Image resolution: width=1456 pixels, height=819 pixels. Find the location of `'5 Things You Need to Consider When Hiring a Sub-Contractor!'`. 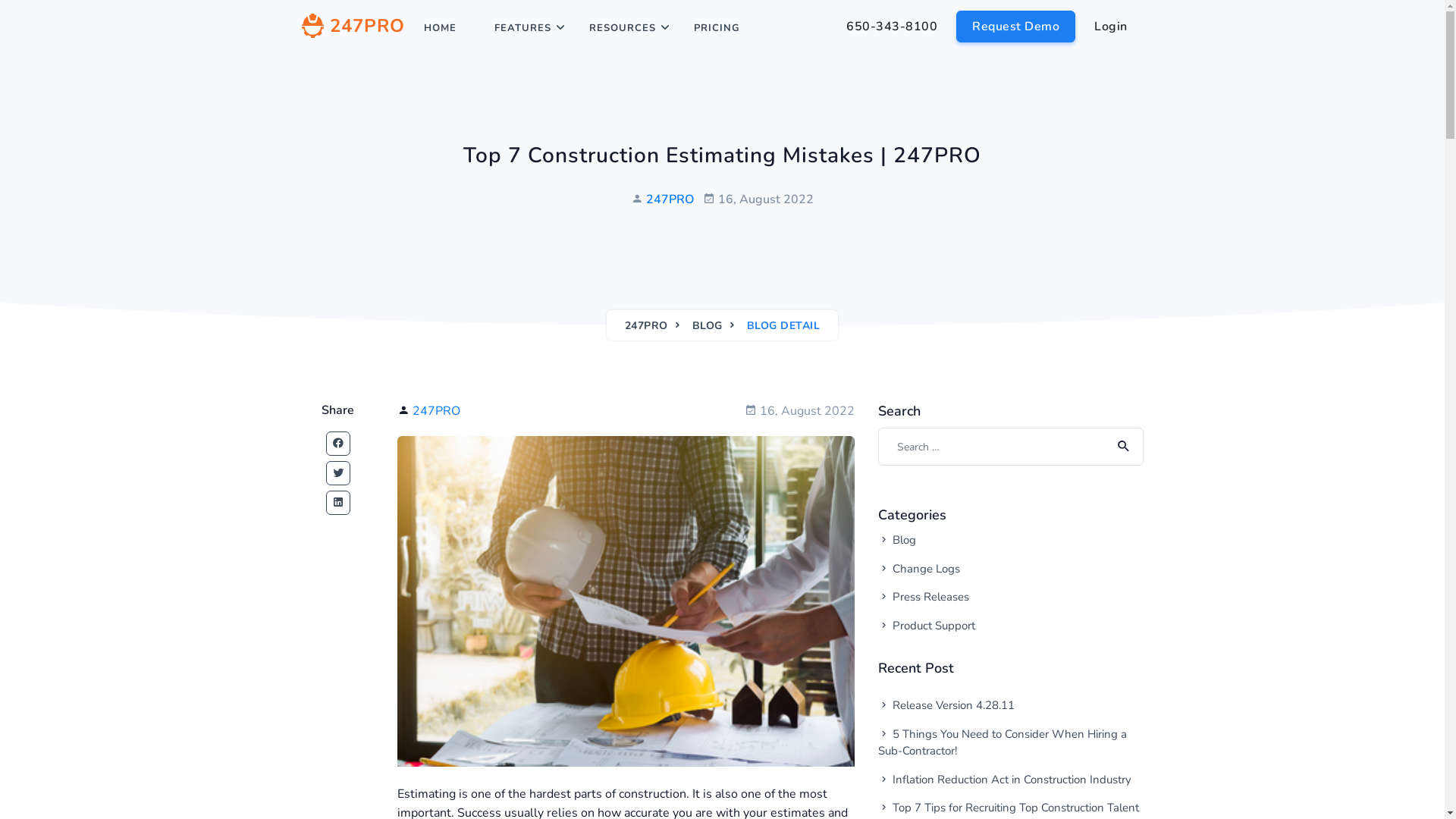

'5 Things You Need to Consider When Hiring a Sub-Contractor!' is located at coordinates (1011, 741).